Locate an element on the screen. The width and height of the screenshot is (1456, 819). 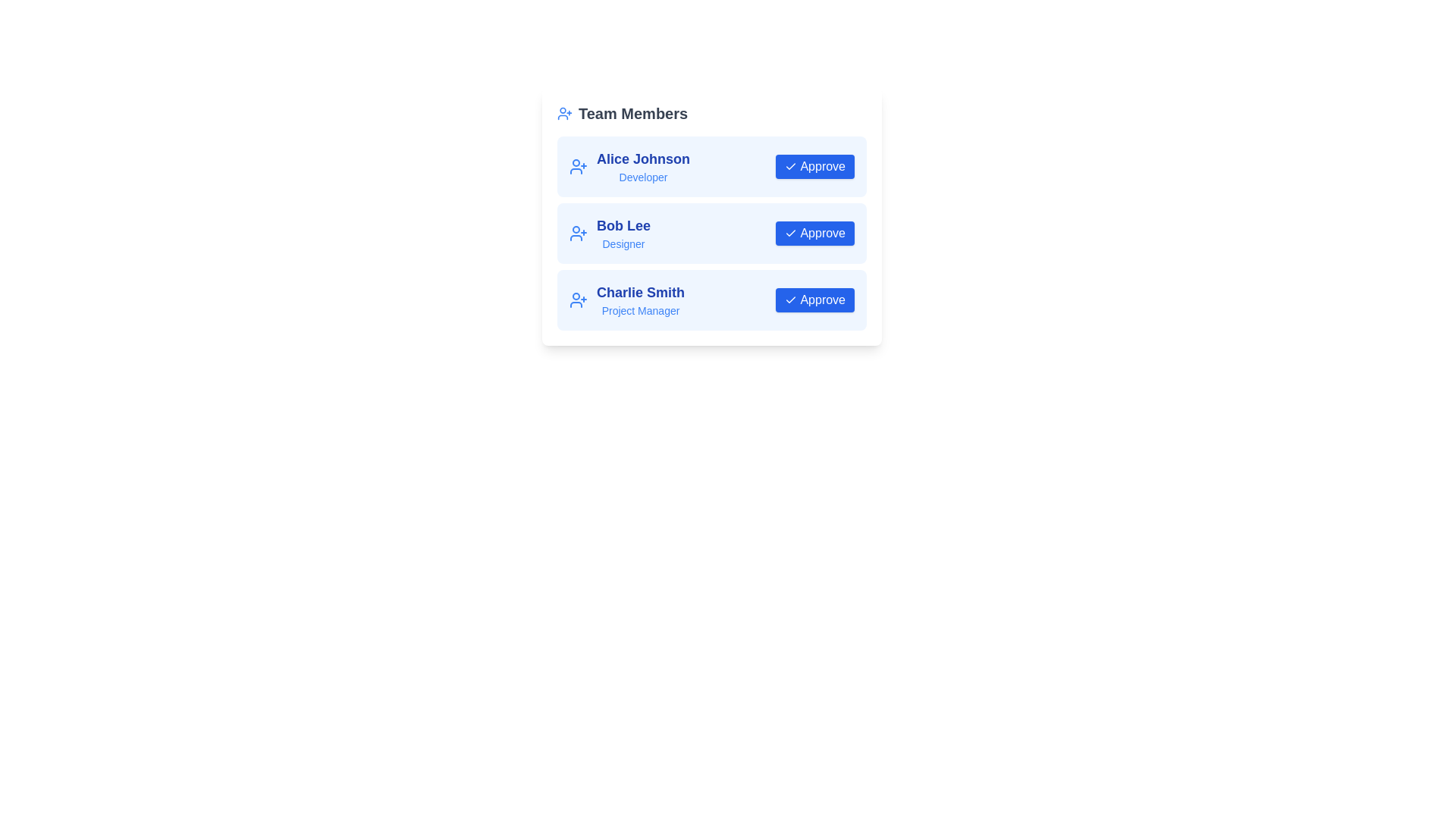
the text label reading 'Project Manager', which is styled in a small font size with a blue color and is located below the text 'Charlie Smith' in the 'Team Members' list is located at coordinates (640, 309).